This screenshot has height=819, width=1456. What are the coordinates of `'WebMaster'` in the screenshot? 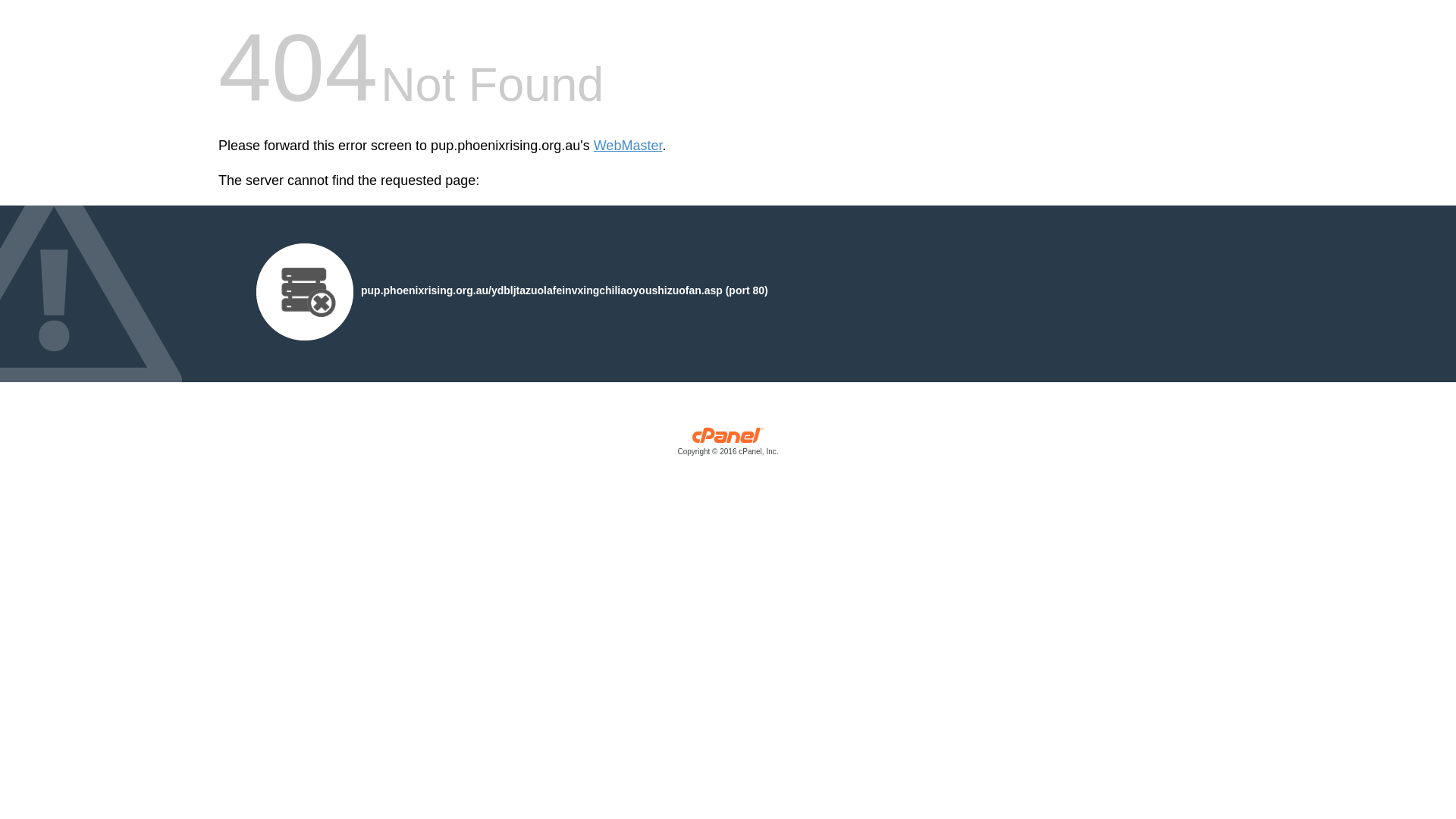 It's located at (628, 146).